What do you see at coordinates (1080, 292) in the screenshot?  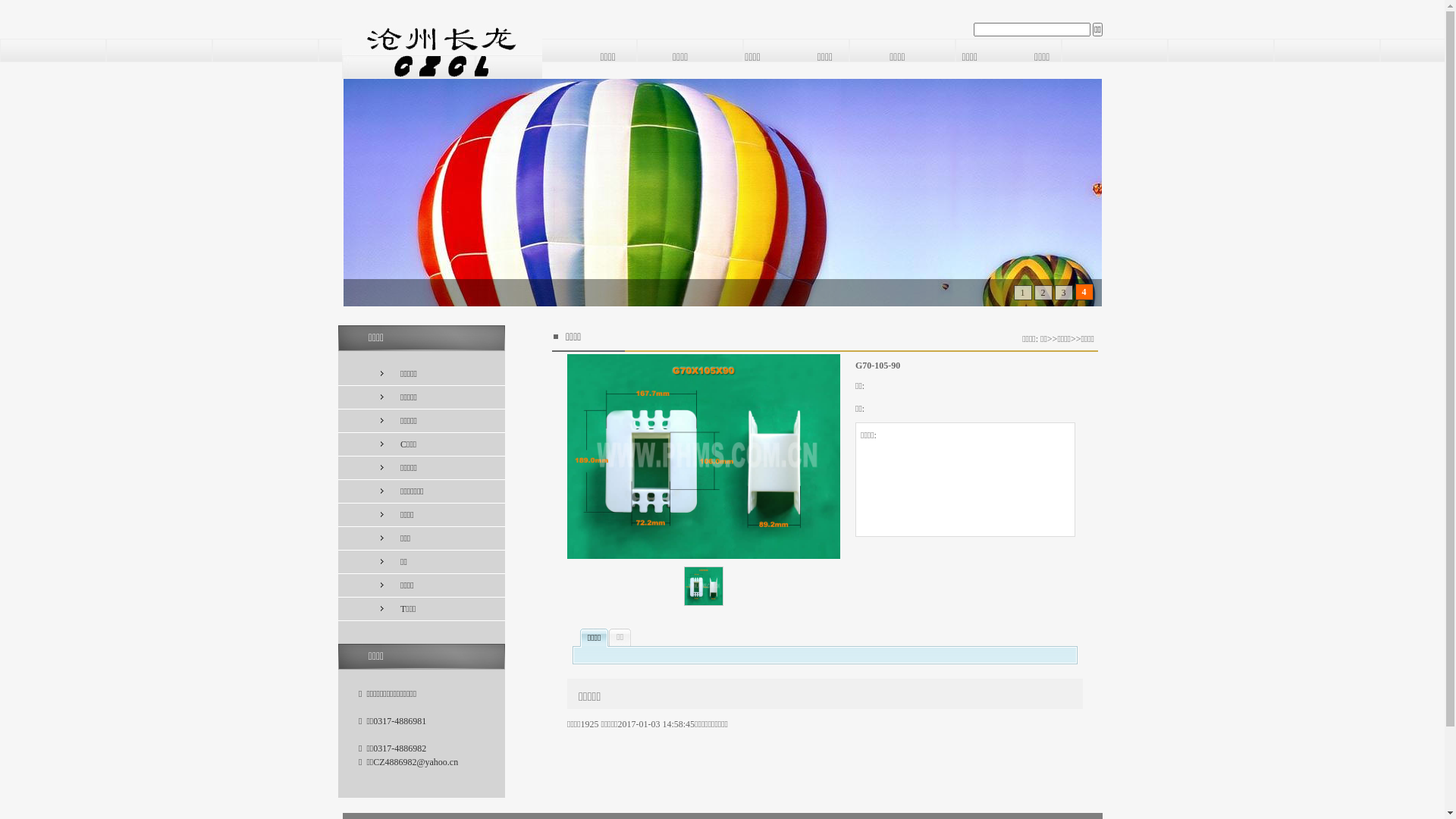 I see `'4'` at bounding box center [1080, 292].